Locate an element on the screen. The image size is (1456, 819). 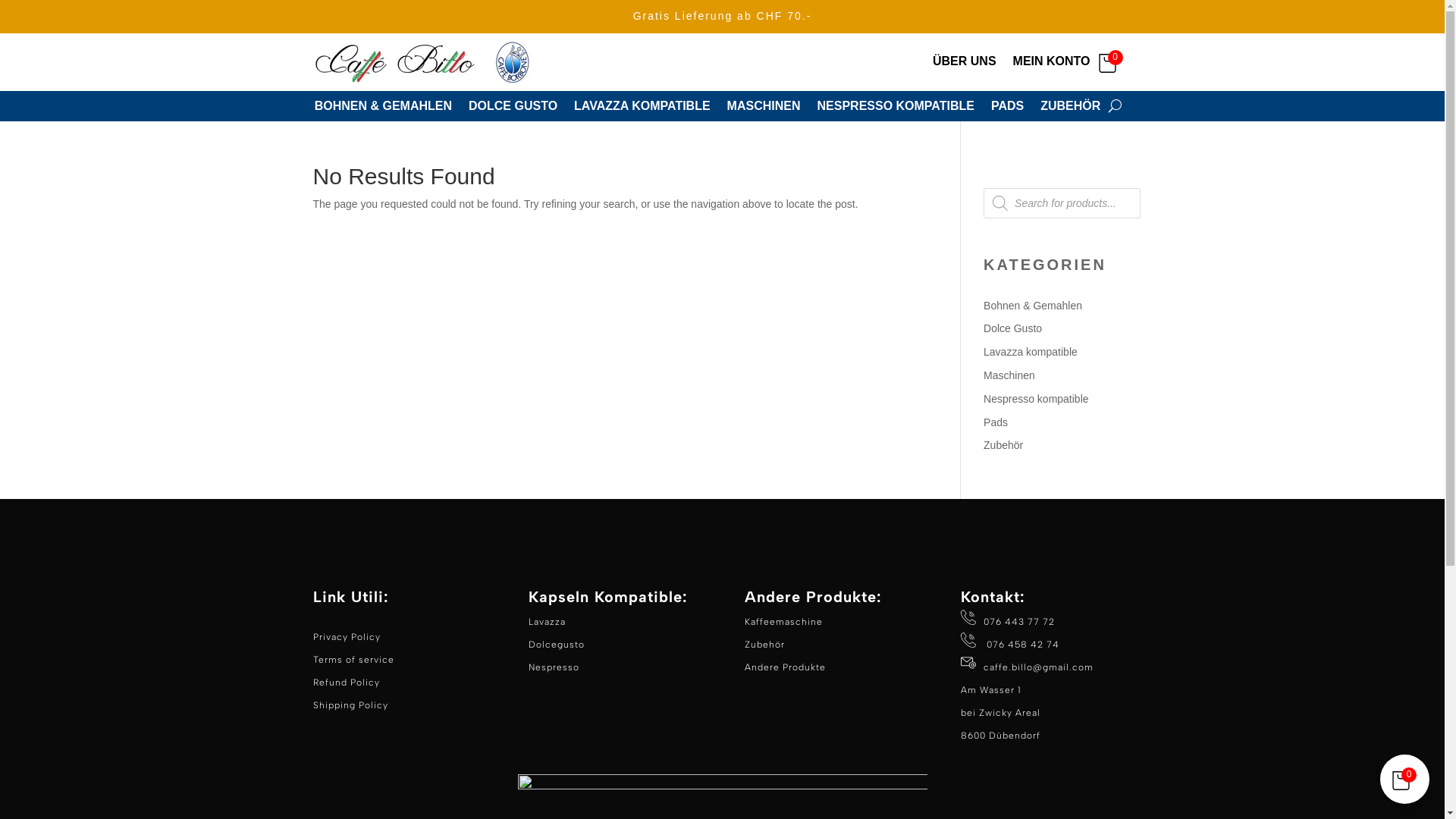
'LAVAZZA KOMPATIBLE' is located at coordinates (642, 108).